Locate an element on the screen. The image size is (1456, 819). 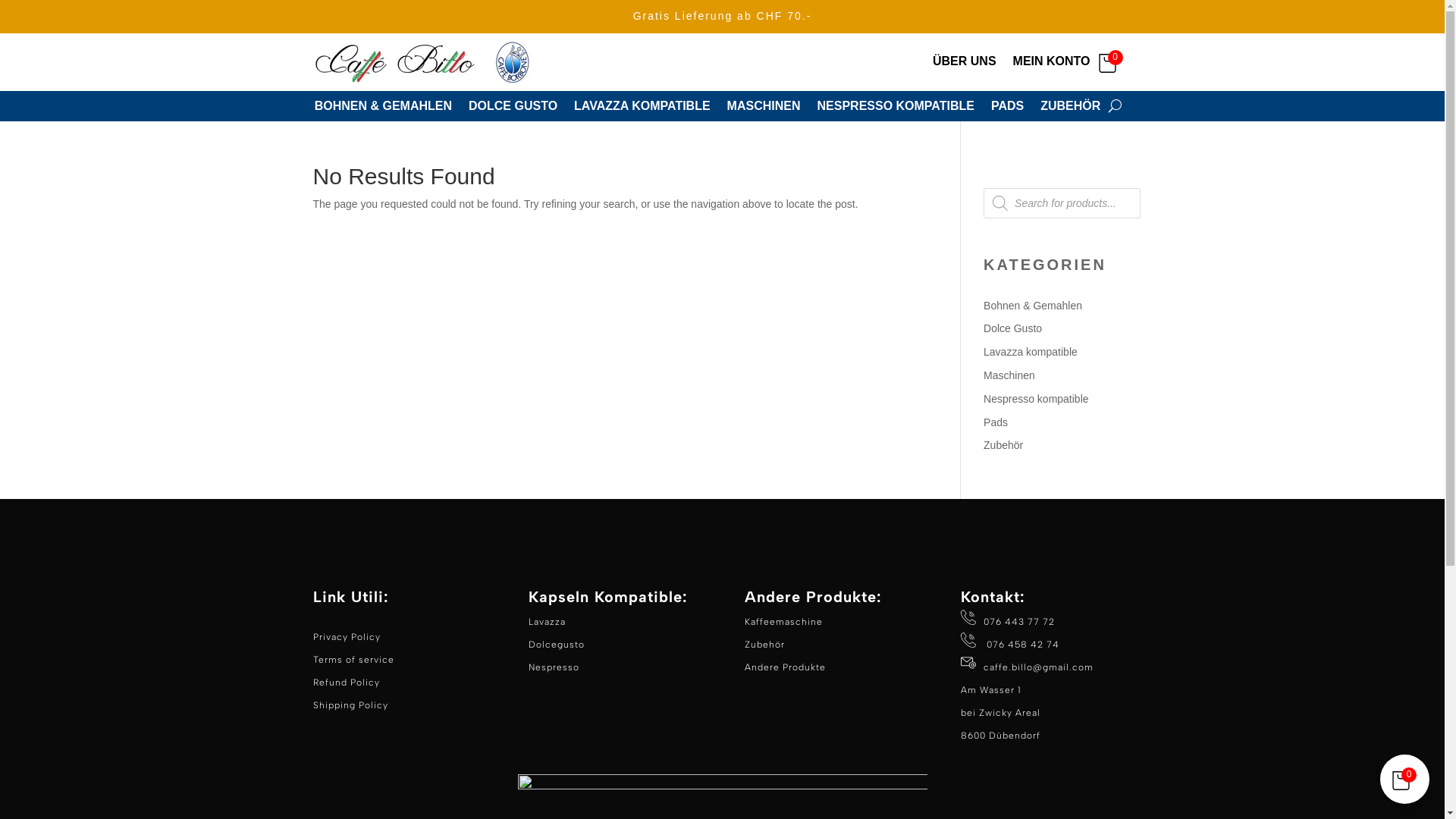
'LAVAZZA KOMPATIBLE' is located at coordinates (642, 108).